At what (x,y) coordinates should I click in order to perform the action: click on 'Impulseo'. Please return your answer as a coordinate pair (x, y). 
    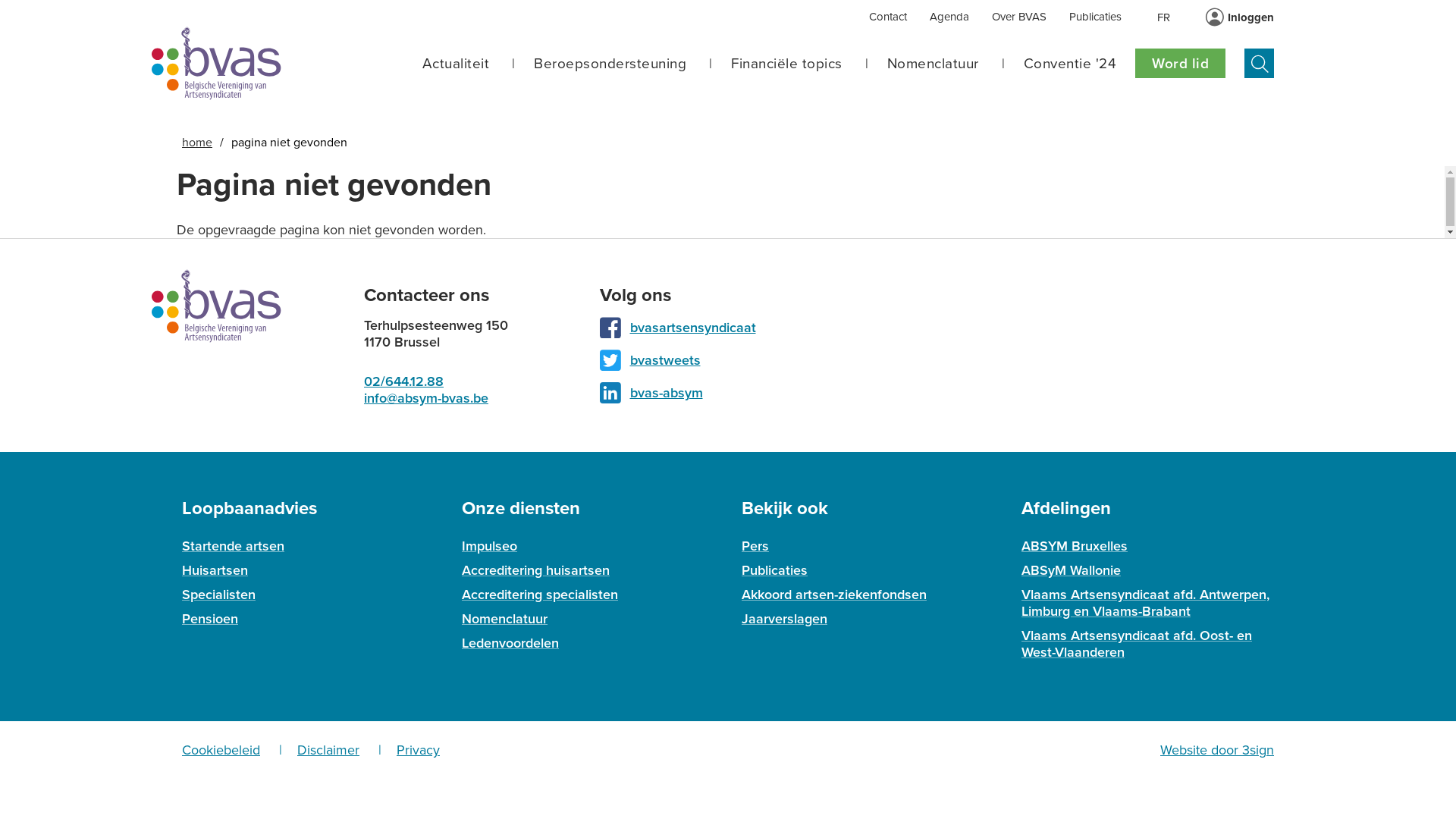
    Looking at the image, I should click on (461, 546).